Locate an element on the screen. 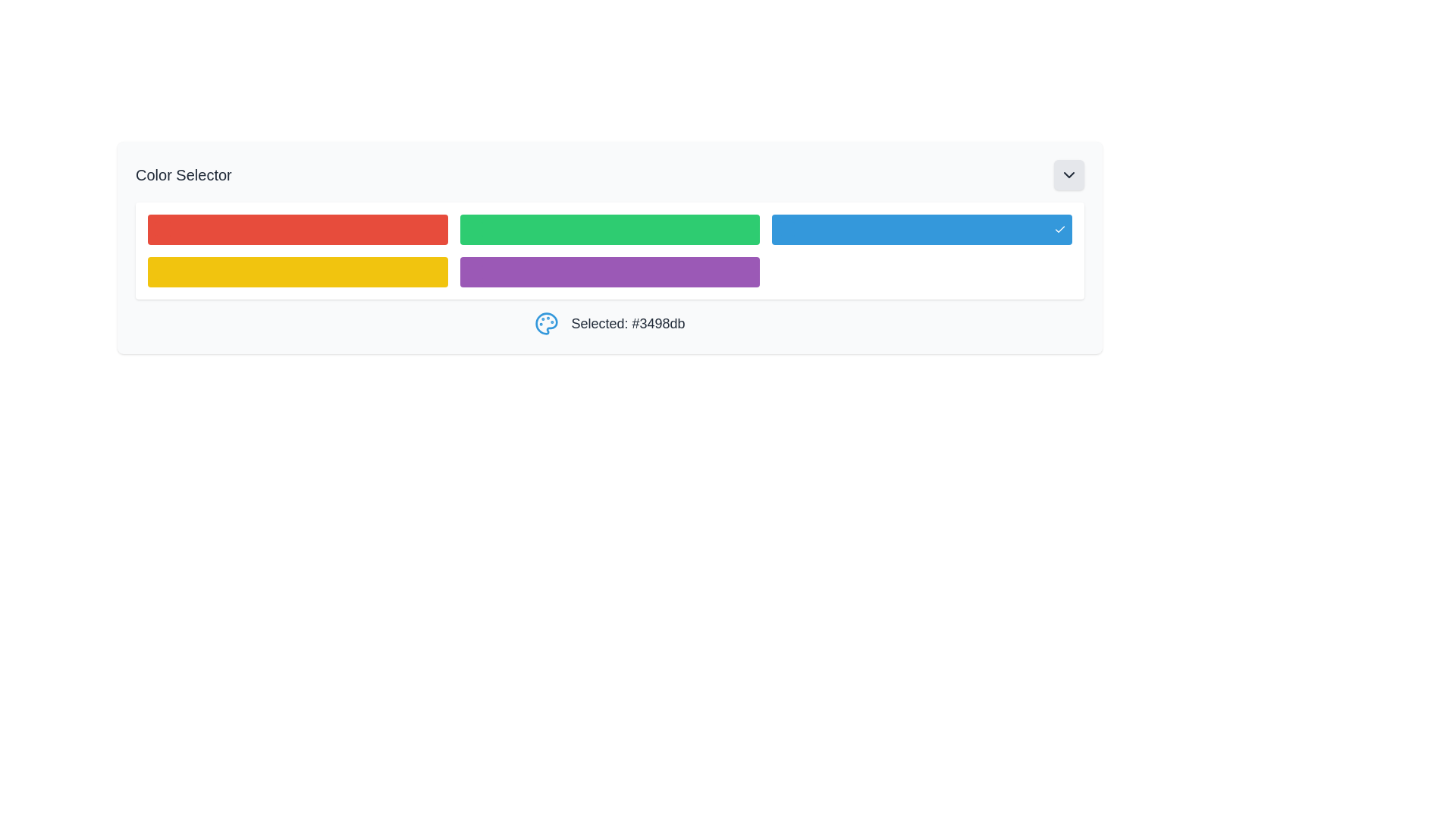  the button located in the second column of the first row of a grid, which is surrounded by buttons with red and blue backgrounds is located at coordinates (610, 230).